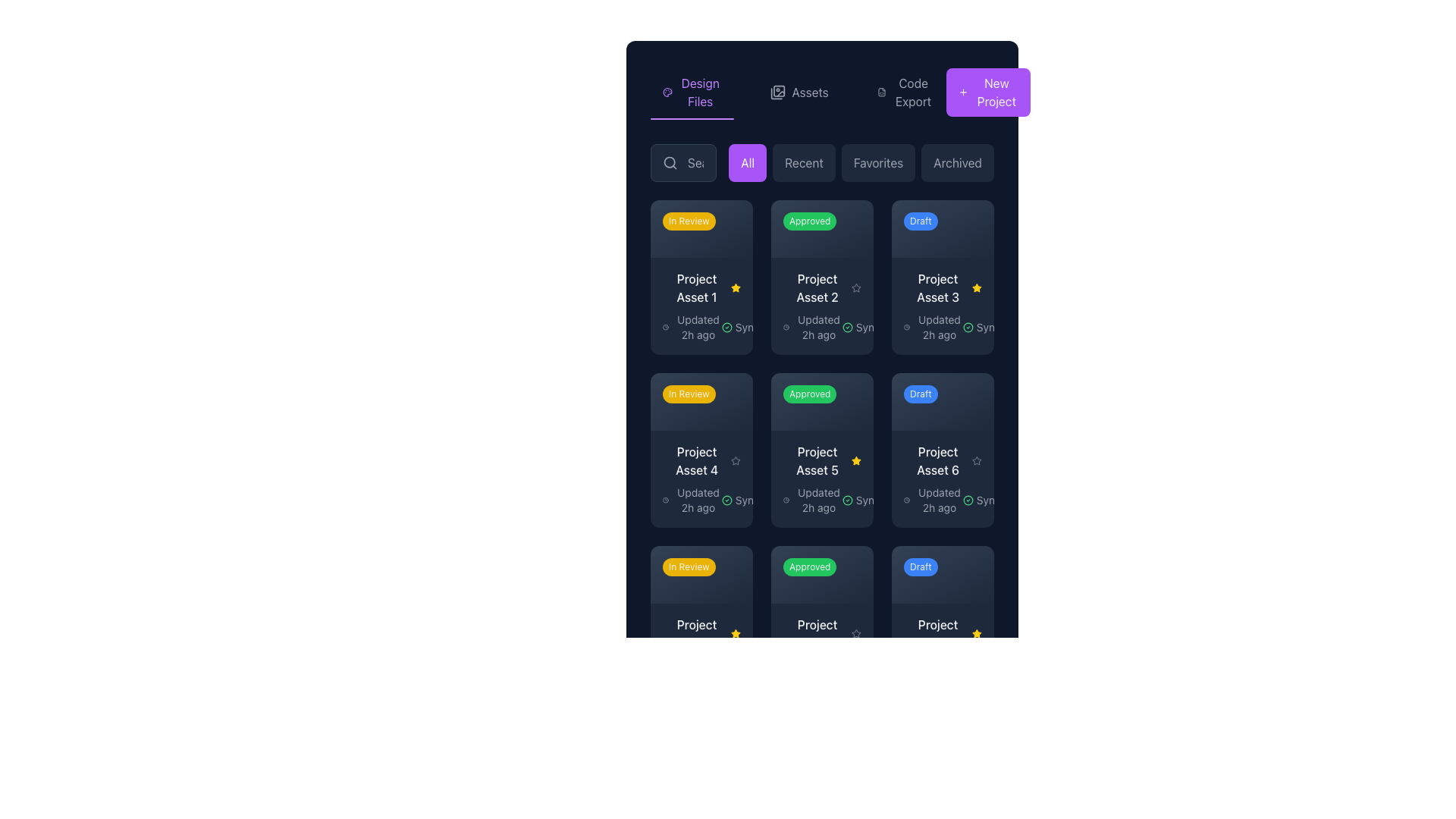 This screenshot has height=819, width=1456. Describe the element at coordinates (942, 287) in the screenshot. I see `the text label 'Project Asset 3' with a yellow star icon` at that location.